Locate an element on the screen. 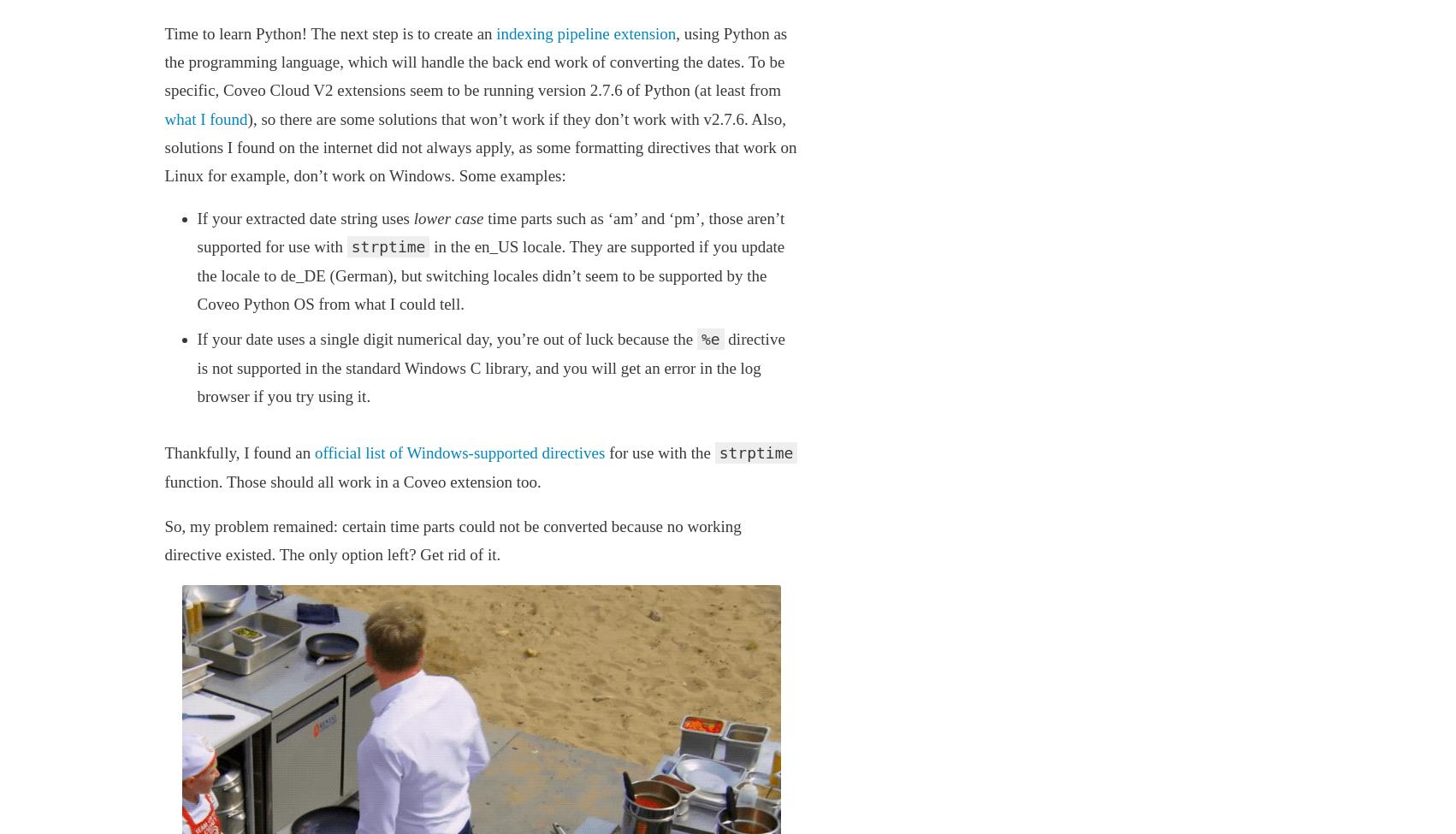 The width and height of the screenshot is (1456, 834). 'in the en_US locale. They are supported if you update the locale to de_DE (German), but switching locales didn’t seem to be supported by the Coveo Python OS from what I could tell.' is located at coordinates (490, 274).